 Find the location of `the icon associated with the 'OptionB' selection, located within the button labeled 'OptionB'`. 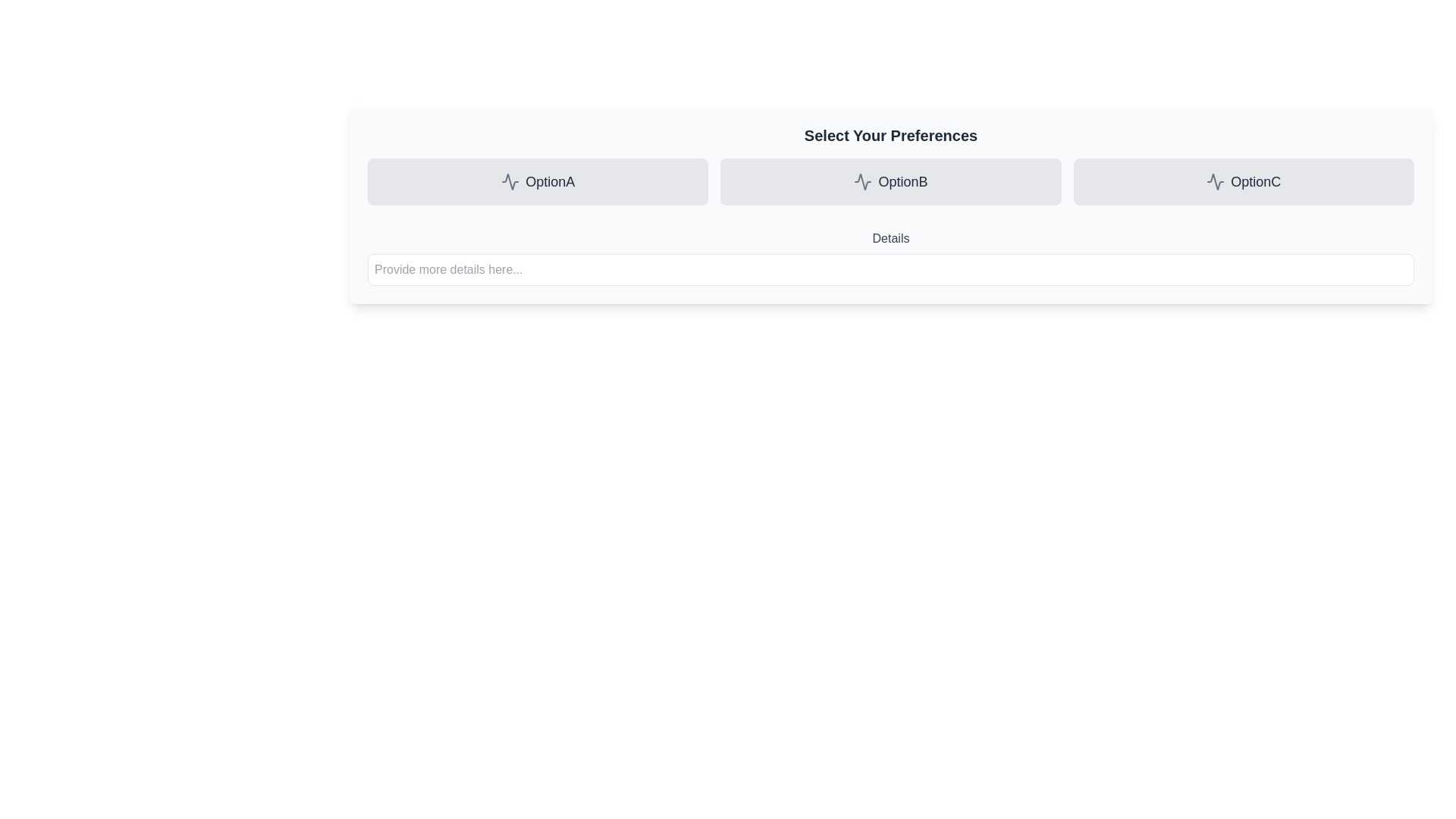

the icon associated with the 'OptionB' selection, located within the button labeled 'OptionB' is located at coordinates (863, 180).